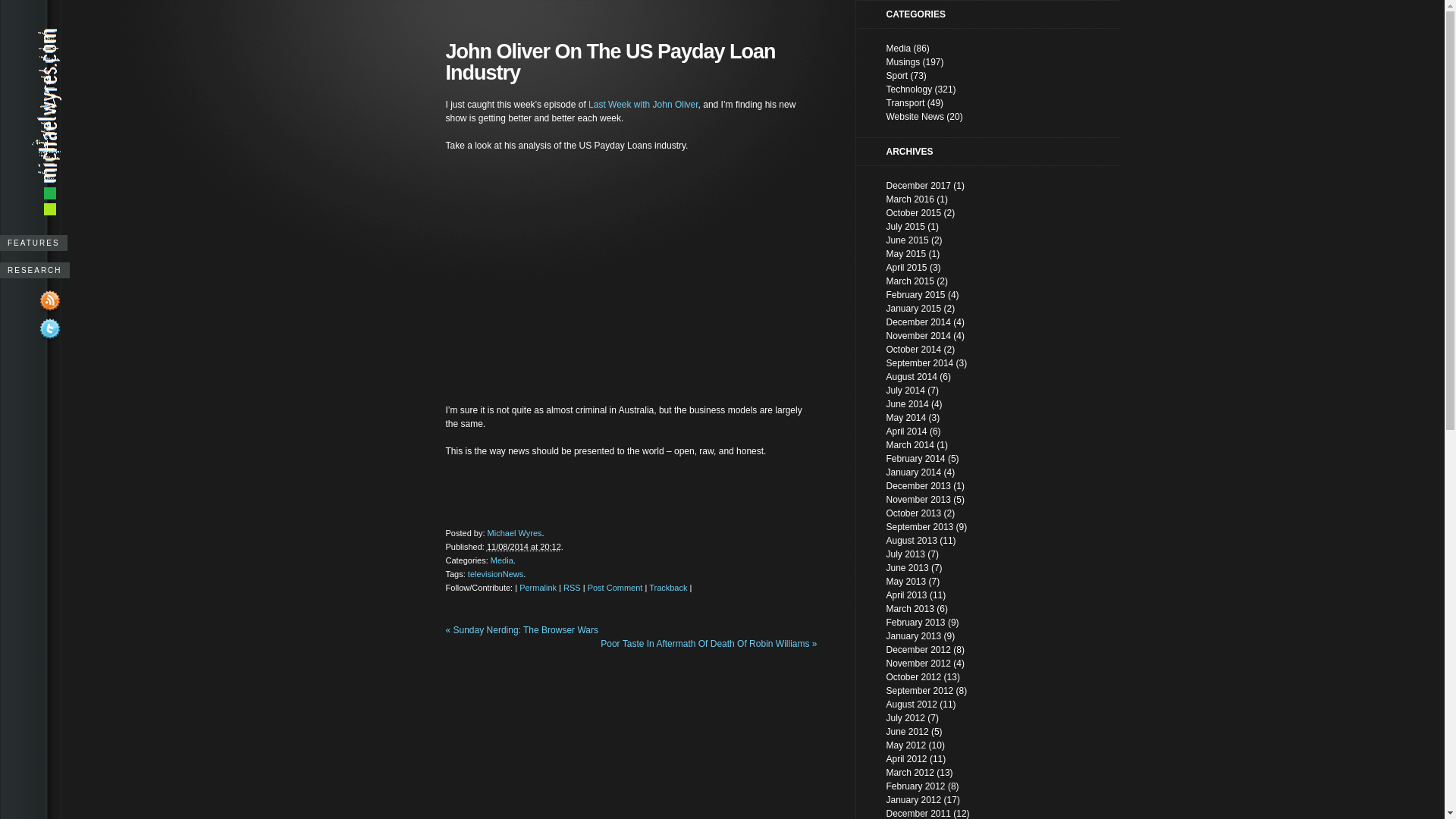 Image resolution: width=1456 pixels, height=819 pixels. I want to click on 'Technology', so click(908, 89).